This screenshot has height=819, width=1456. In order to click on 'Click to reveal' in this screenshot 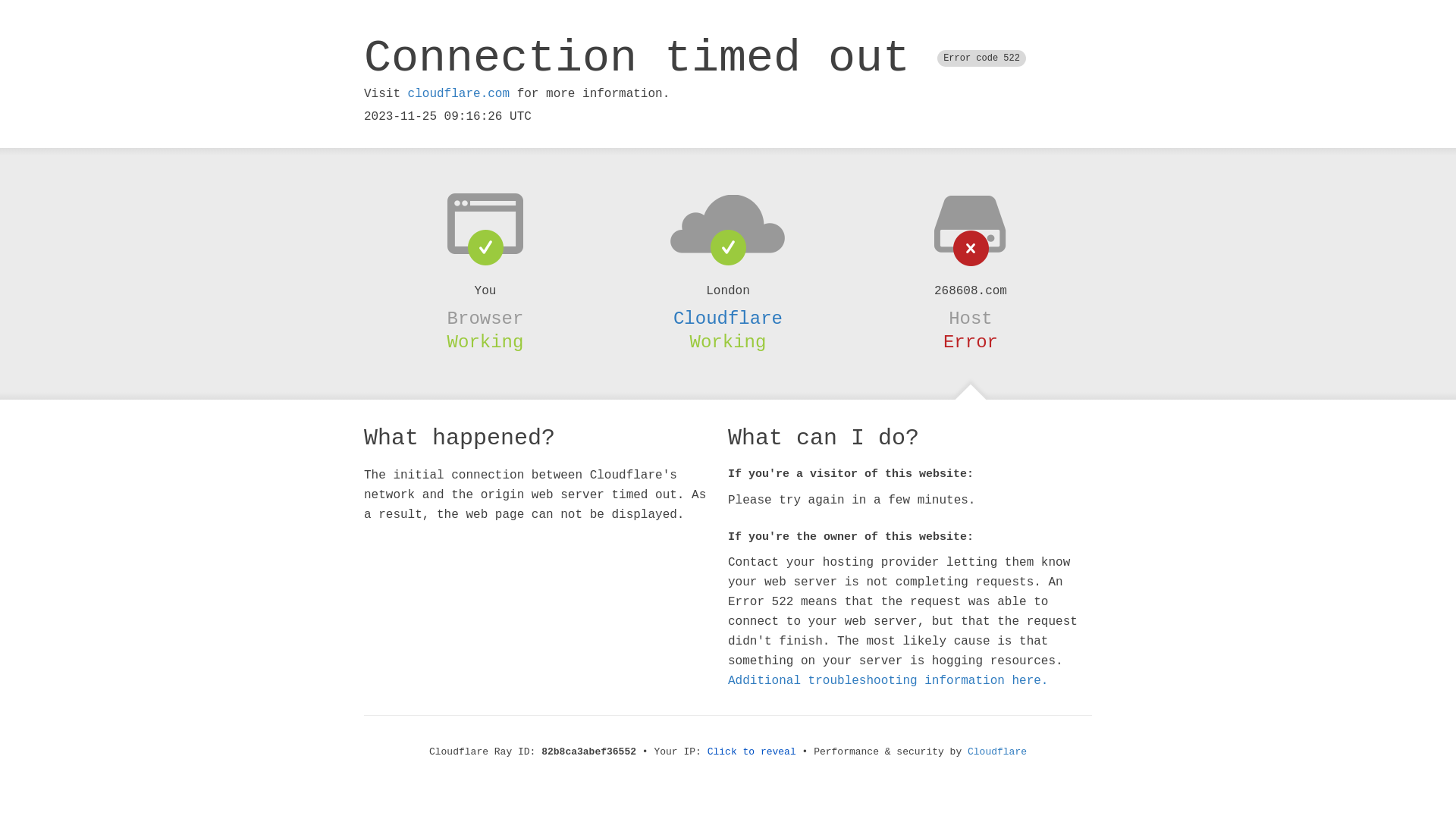, I will do `click(752, 752)`.